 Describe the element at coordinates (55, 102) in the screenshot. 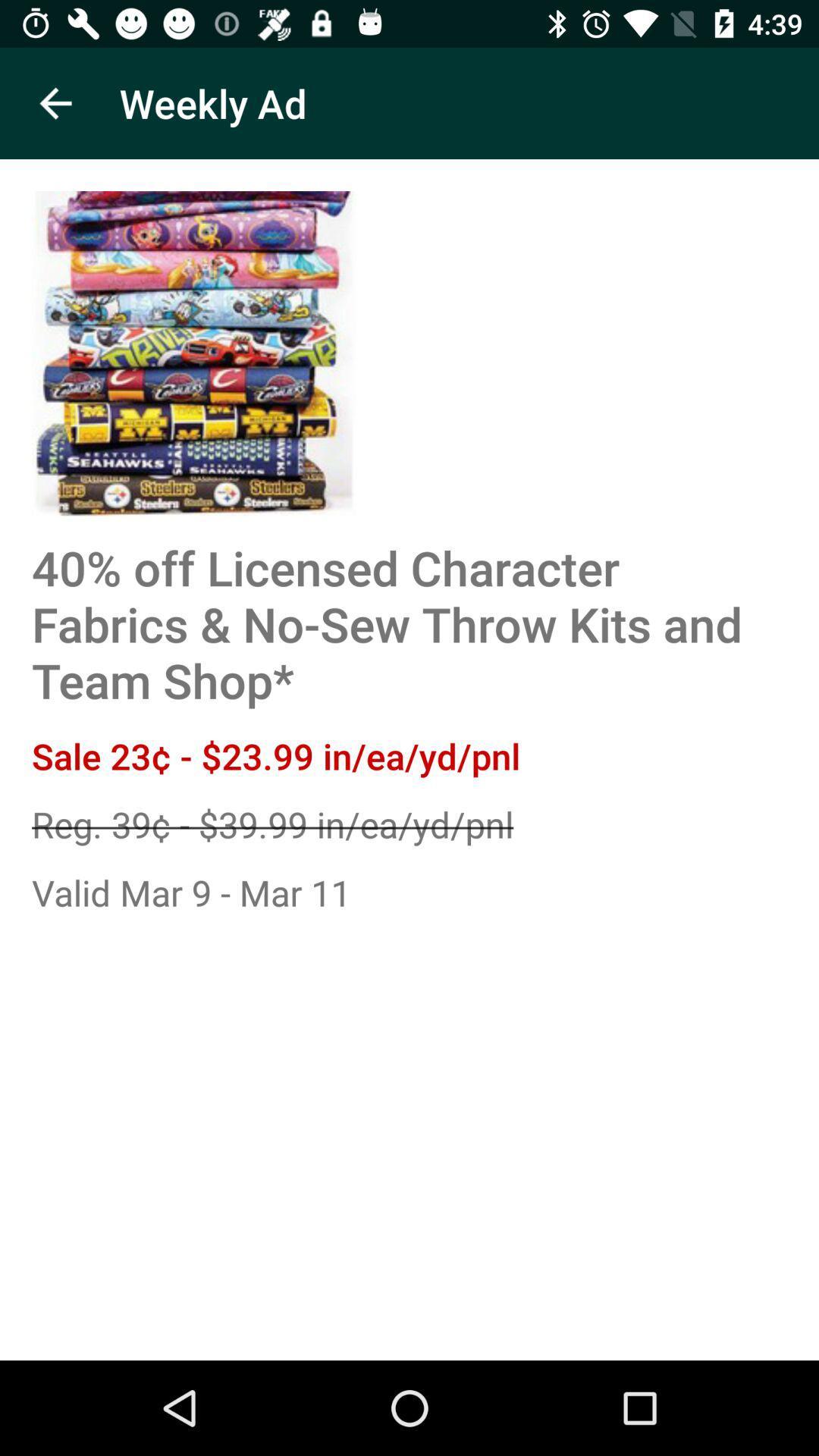

I see `icon next to the weekly ad app` at that location.